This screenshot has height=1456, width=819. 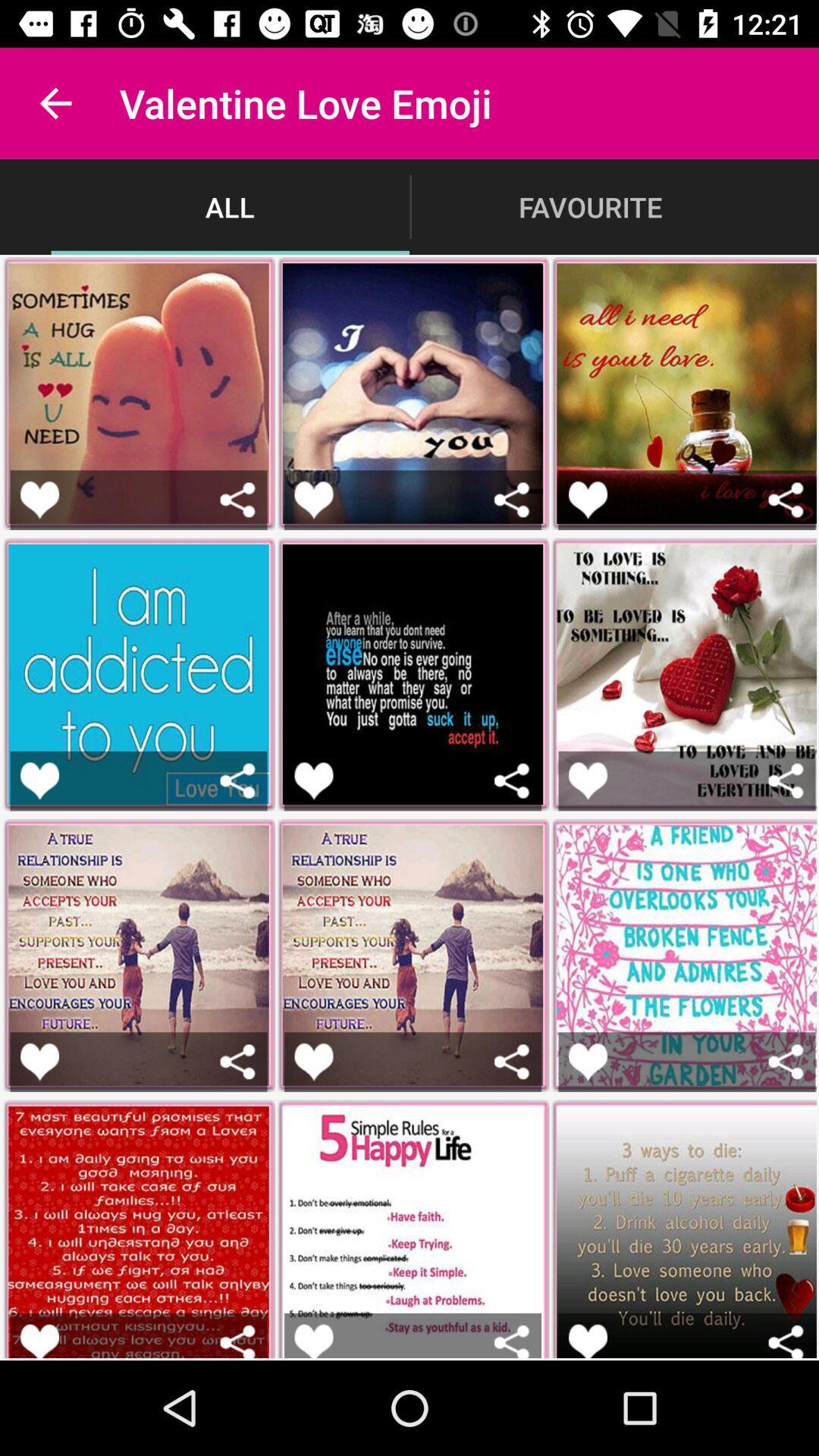 I want to click on show appreciation, so click(x=39, y=1341).